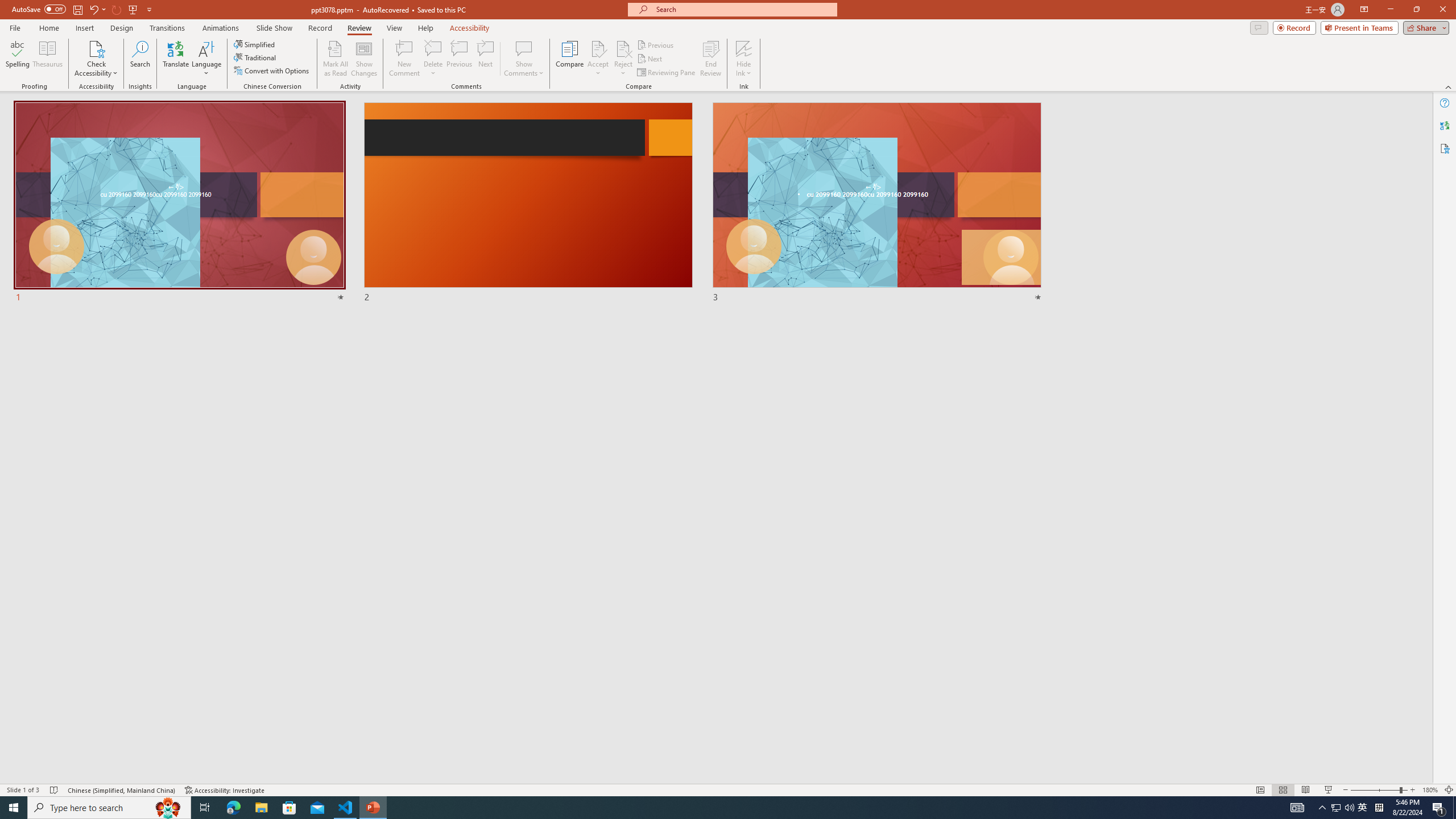 Image resolution: width=1456 pixels, height=819 pixels. Describe the element at coordinates (6, 5) in the screenshot. I see `'System'` at that location.